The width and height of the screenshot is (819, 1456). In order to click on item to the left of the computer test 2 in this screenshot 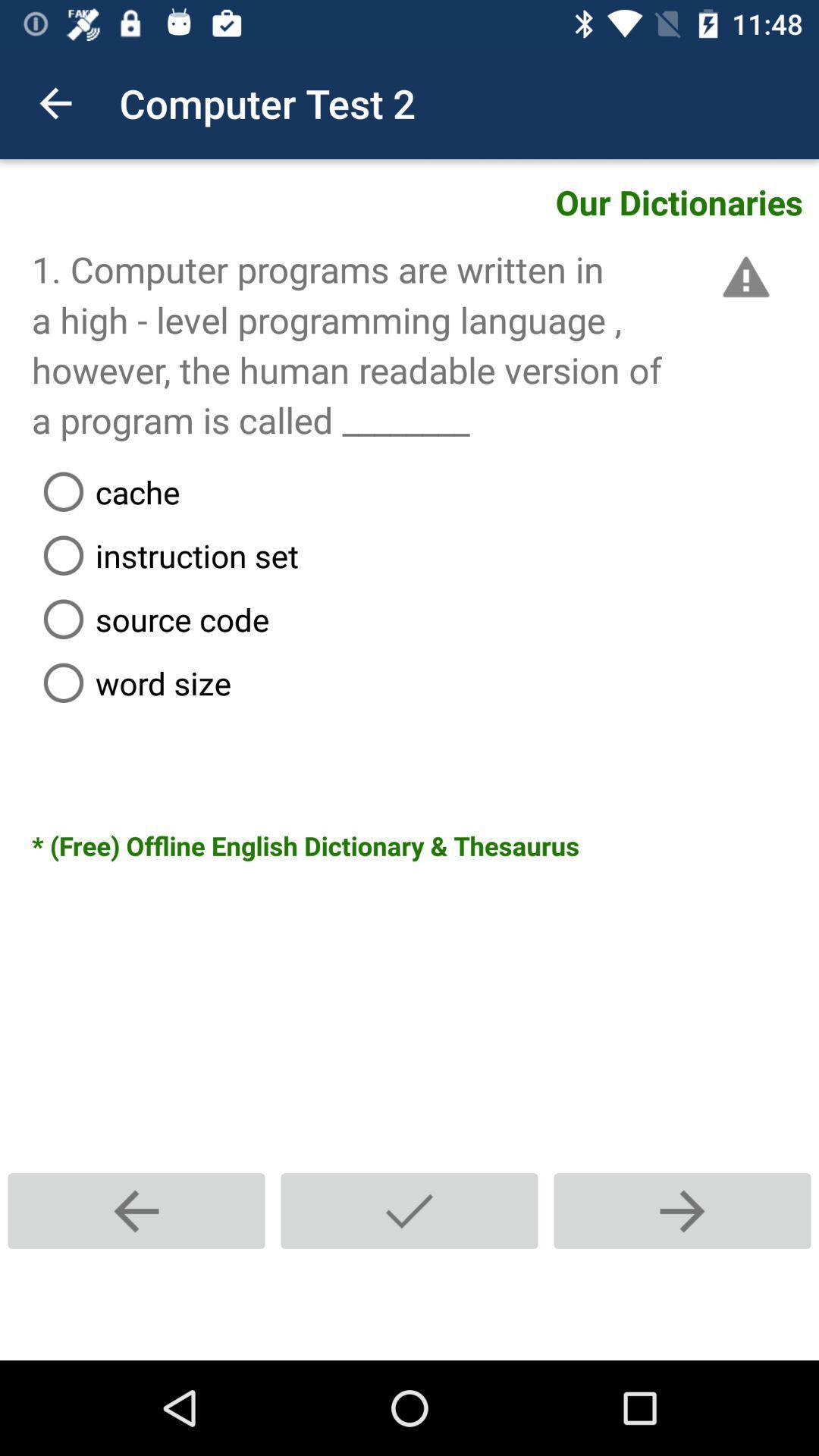, I will do `click(55, 102)`.